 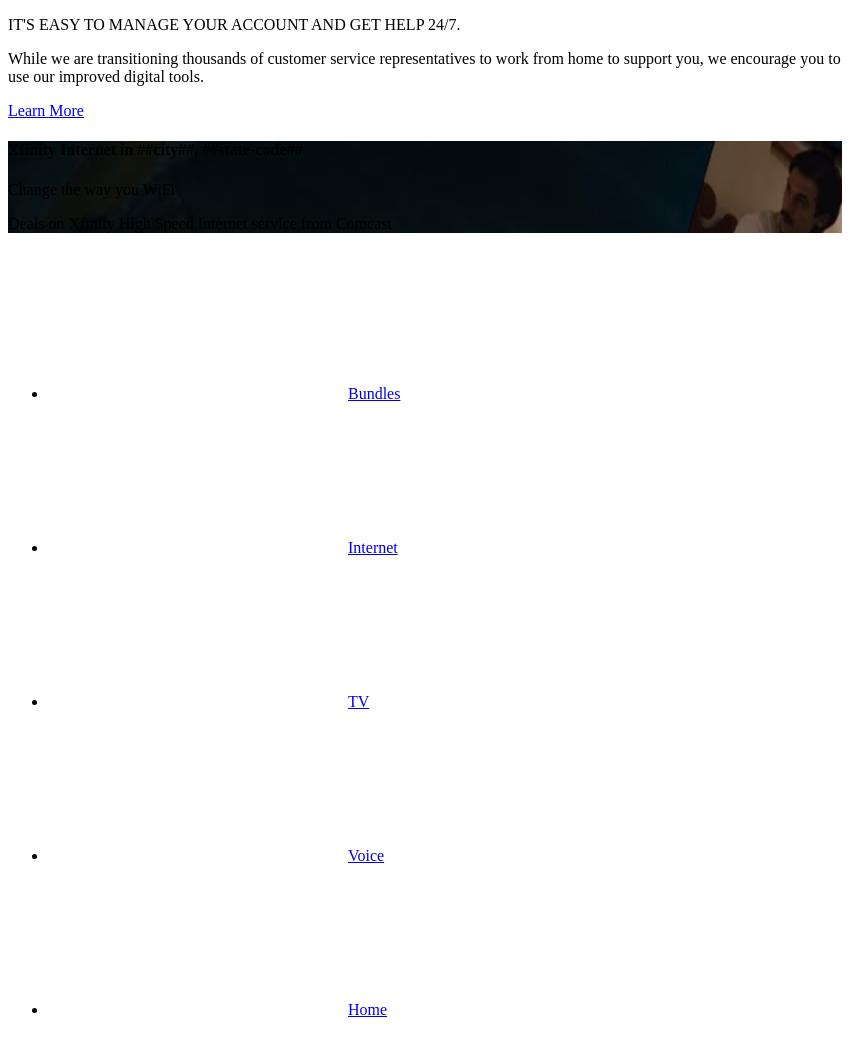 I want to click on 'Voice', so click(x=365, y=854).